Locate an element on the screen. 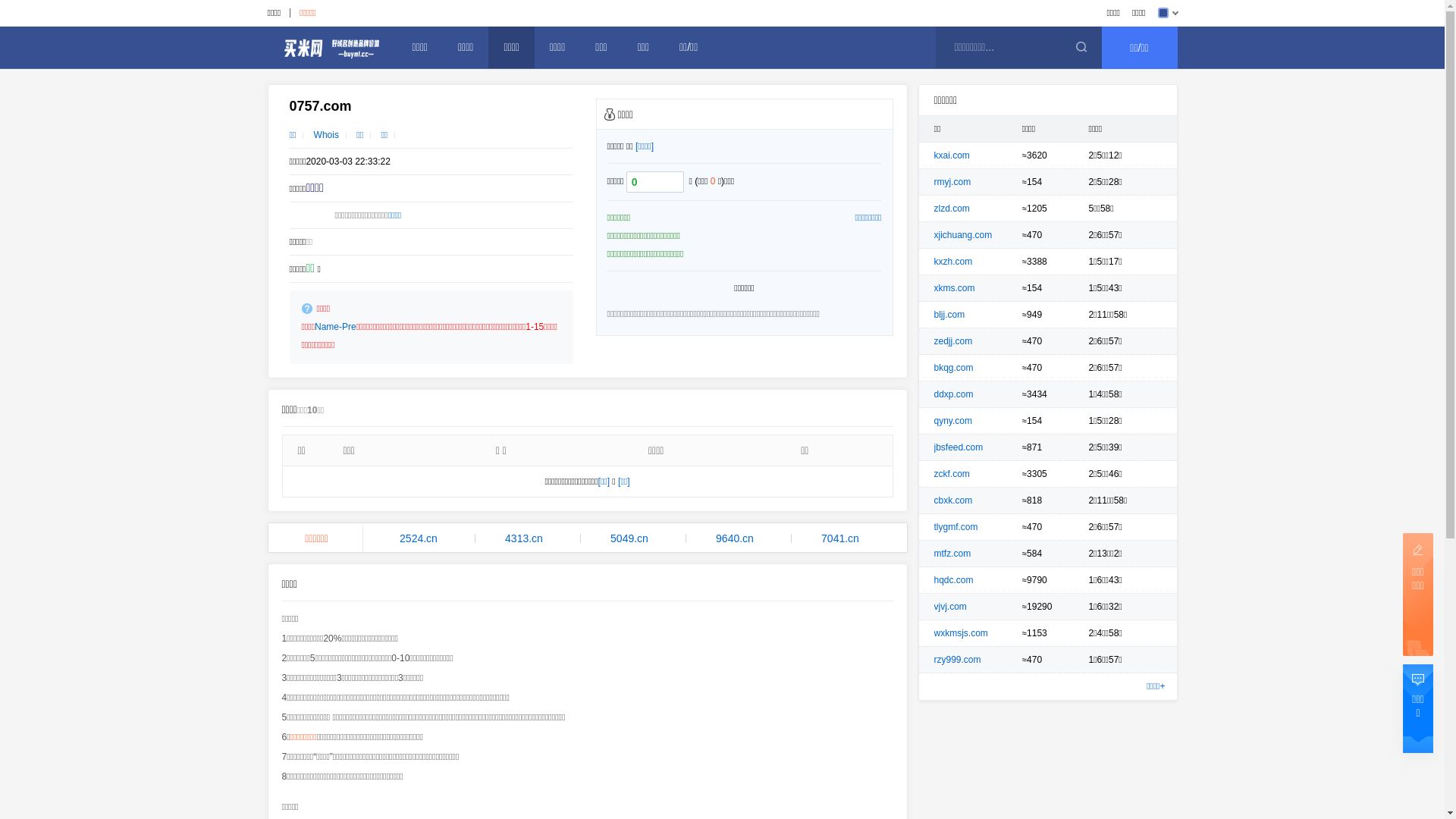 This screenshot has width=1456, height=819. '7041.cn' is located at coordinates (839, 537).